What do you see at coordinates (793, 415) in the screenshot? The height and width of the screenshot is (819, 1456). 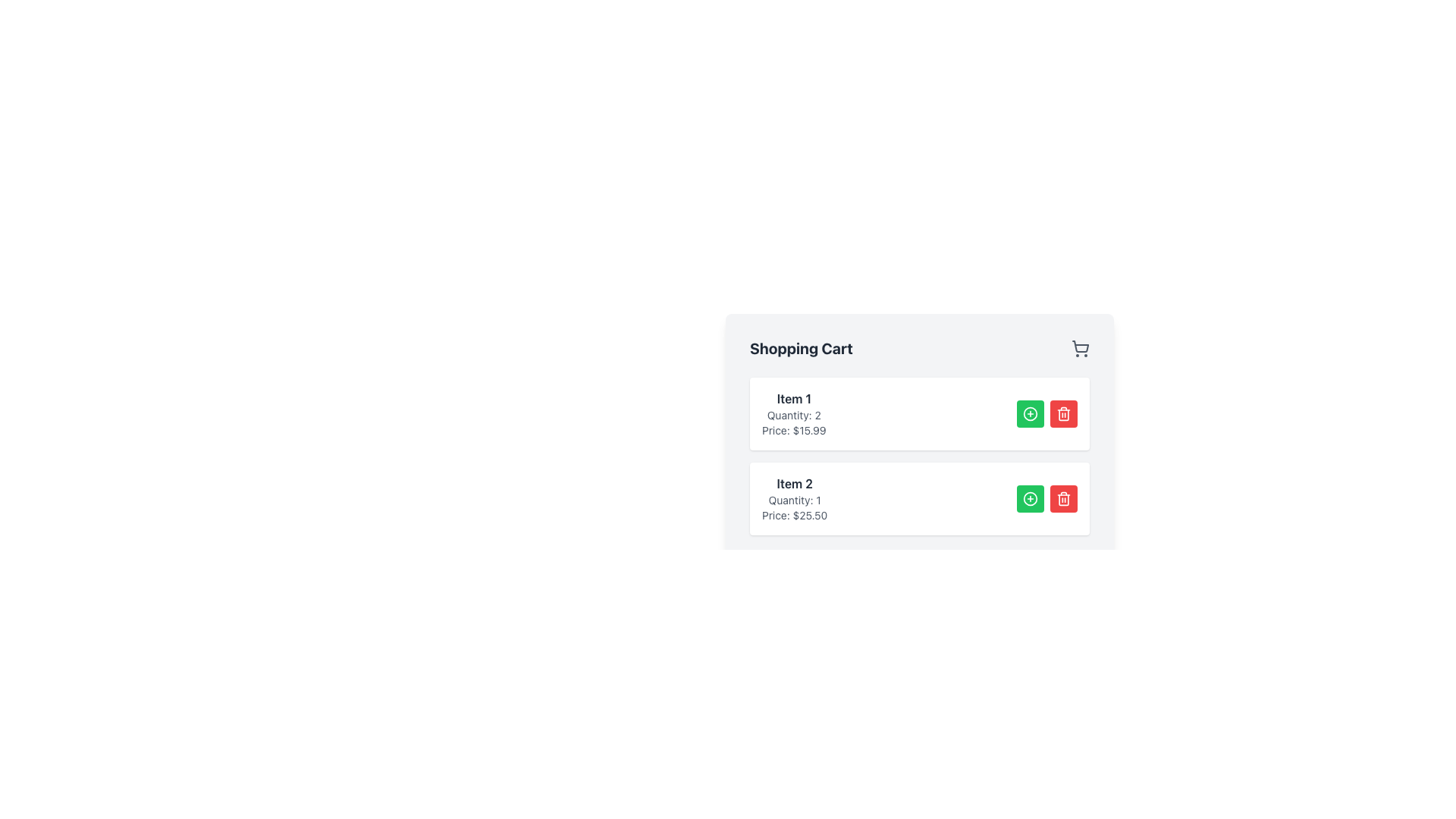 I see `the text label that displays the quantity of an item in the shopping cart interface, which is positioned below 'Item 1' and above 'Price: $15.99'` at bounding box center [793, 415].